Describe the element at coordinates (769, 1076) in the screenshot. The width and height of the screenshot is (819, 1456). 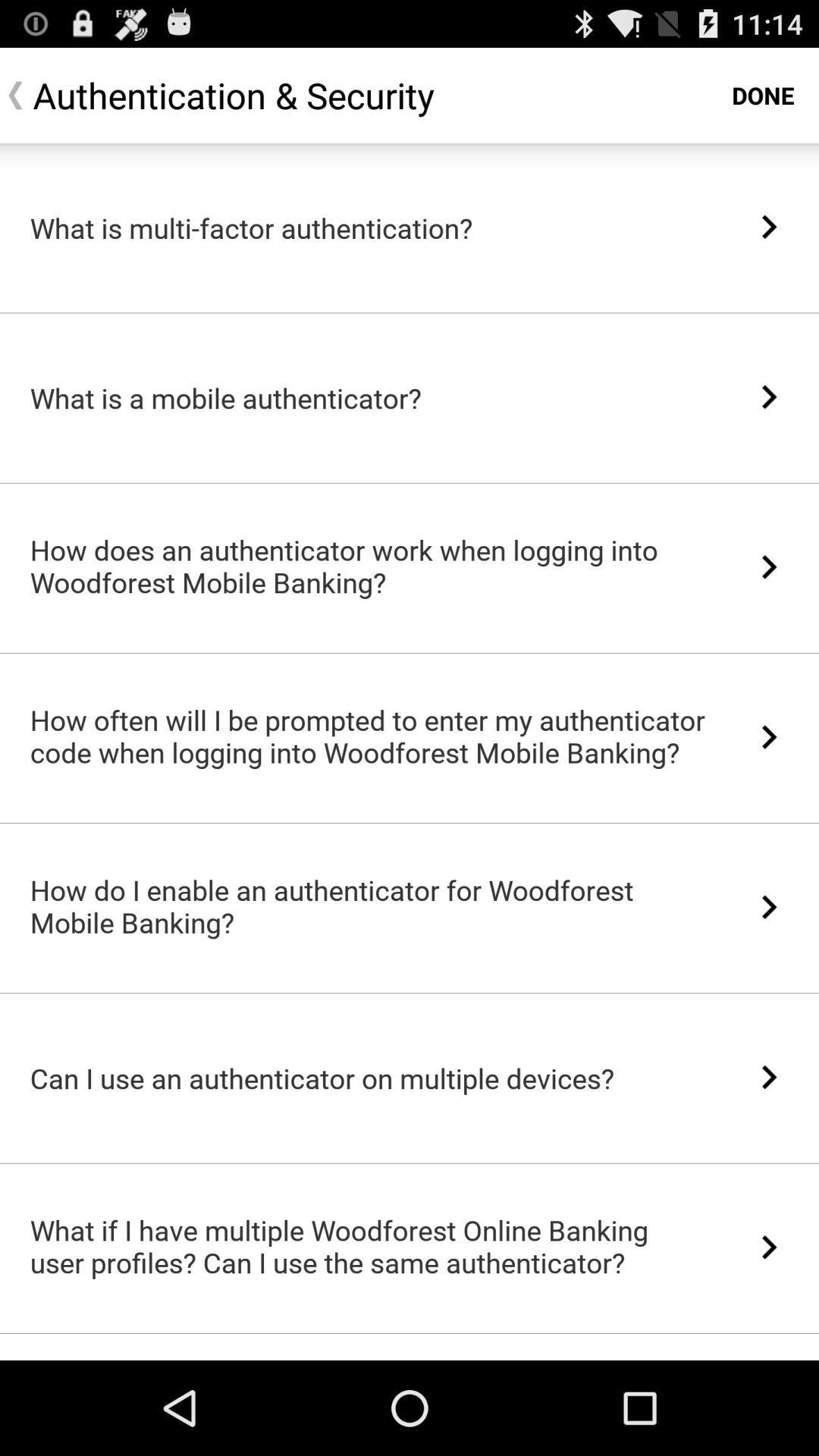
I see `the icon to the right of the can i use` at that location.